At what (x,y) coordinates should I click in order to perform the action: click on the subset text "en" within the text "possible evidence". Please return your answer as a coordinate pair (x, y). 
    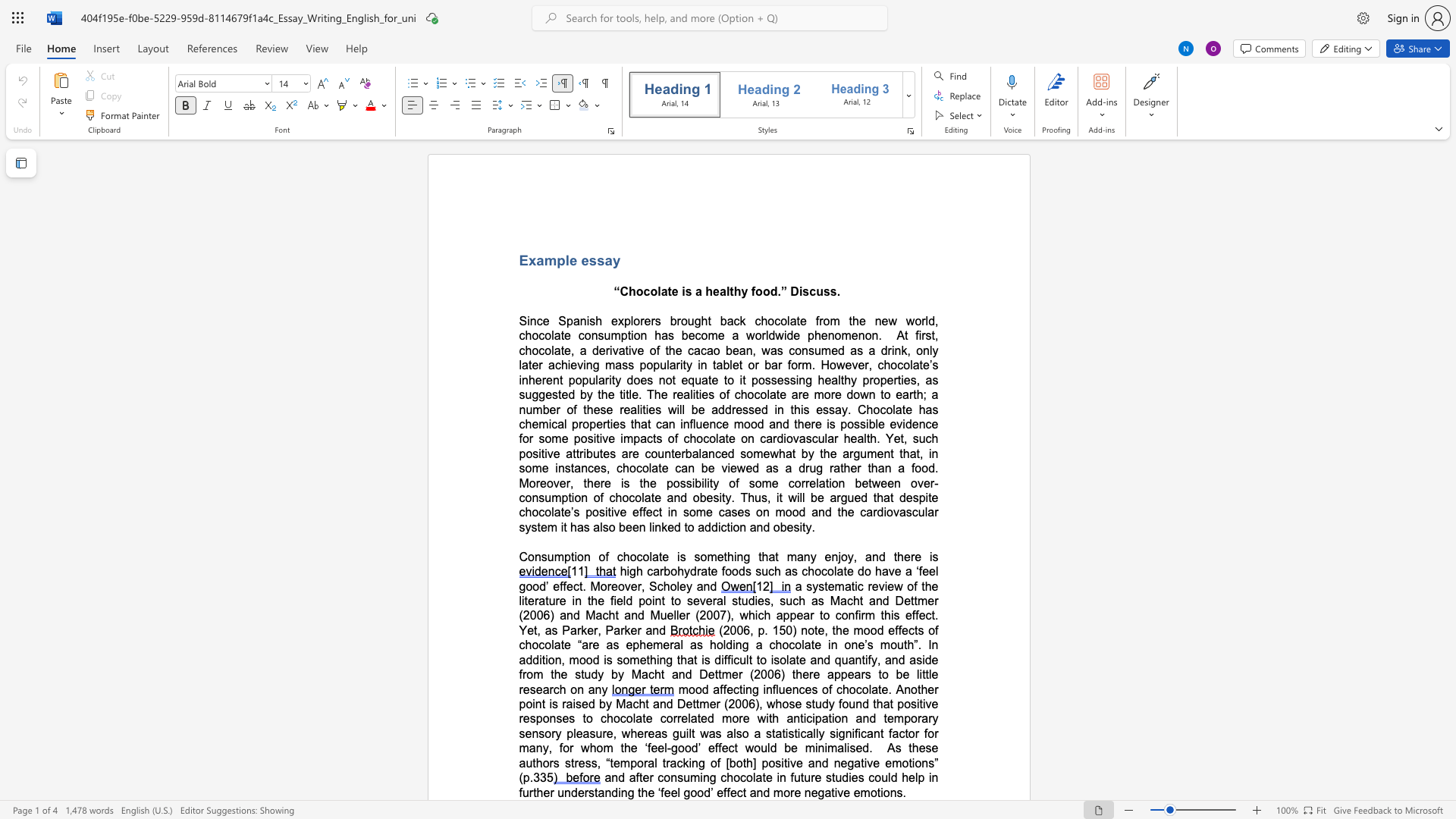
    Looking at the image, I should click on (911, 424).